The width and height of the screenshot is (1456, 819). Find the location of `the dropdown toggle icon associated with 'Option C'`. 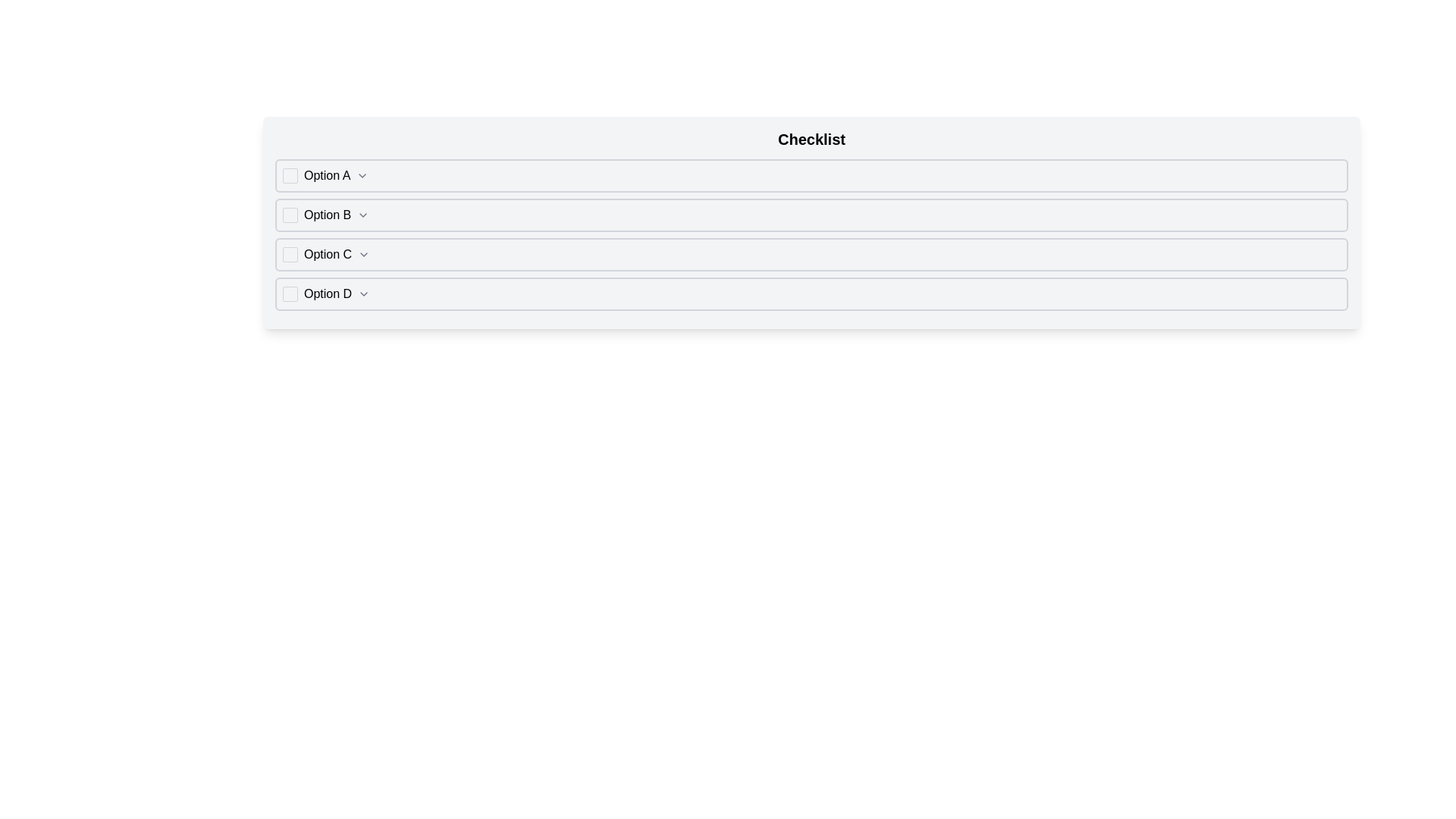

the dropdown toggle icon associated with 'Option C' is located at coordinates (364, 253).